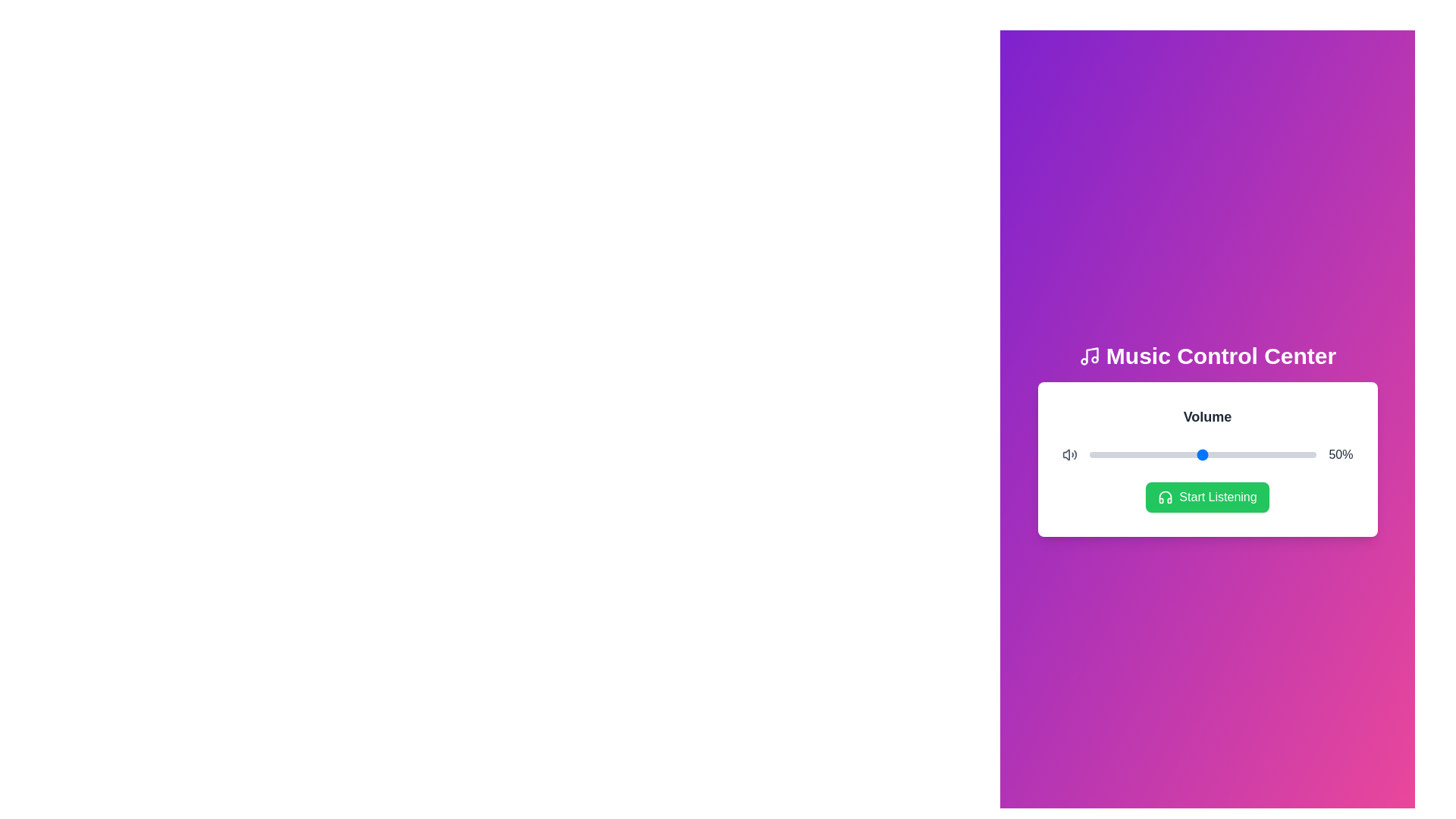  I want to click on the volume slider to 33%, so click(1163, 454).